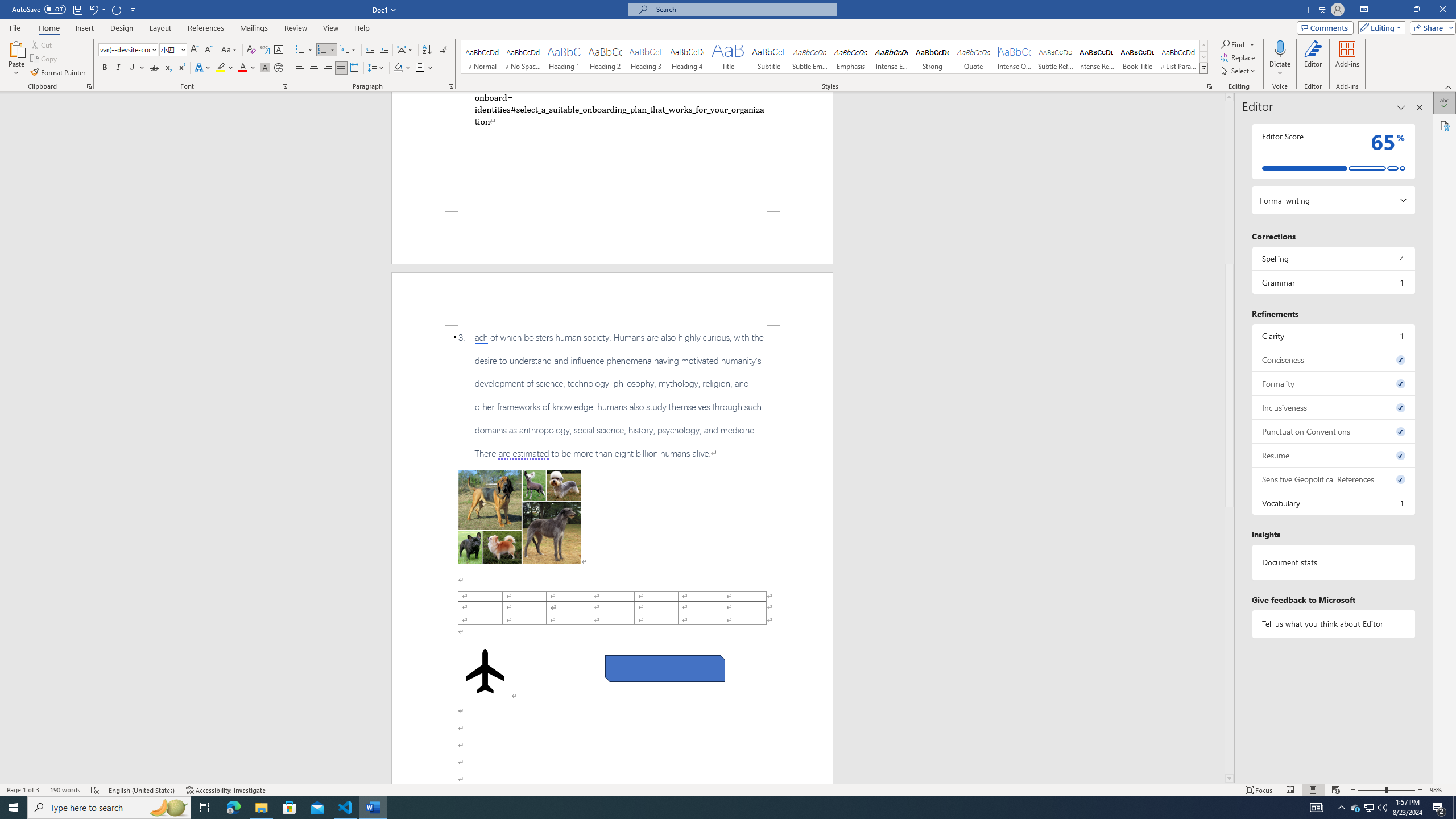 The width and height of the screenshot is (1456, 819). Describe the element at coordinates (1389, 9) in the screenshot. I see `'Minimize'` at that location.